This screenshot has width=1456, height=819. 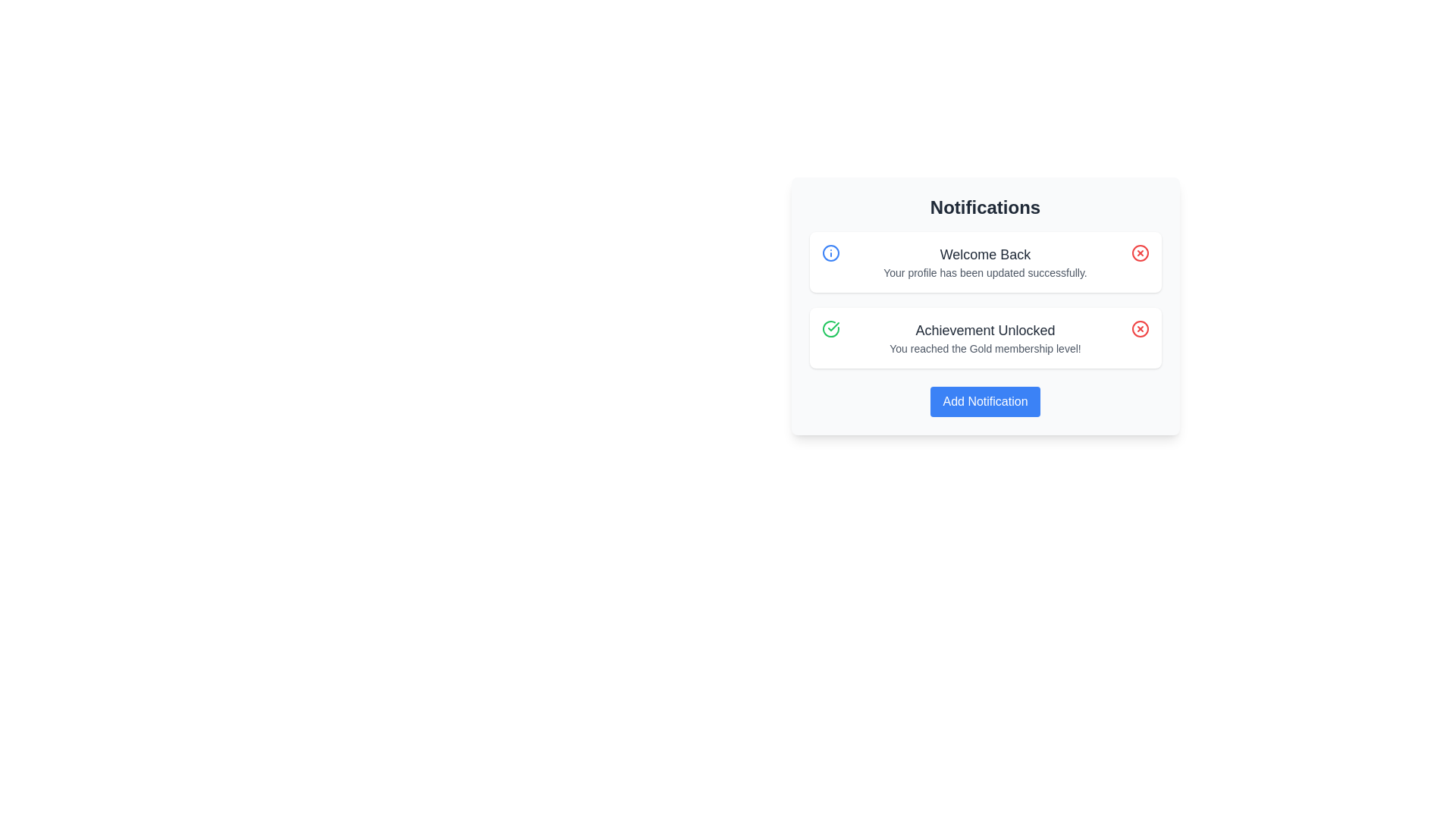 I want to click on the text-based notification entry that informs the user of reaching the Gold membership level, which is positioned below the 'Welcome Back' notification and above the 'Add Notification' button, so click(x=985, y=337).